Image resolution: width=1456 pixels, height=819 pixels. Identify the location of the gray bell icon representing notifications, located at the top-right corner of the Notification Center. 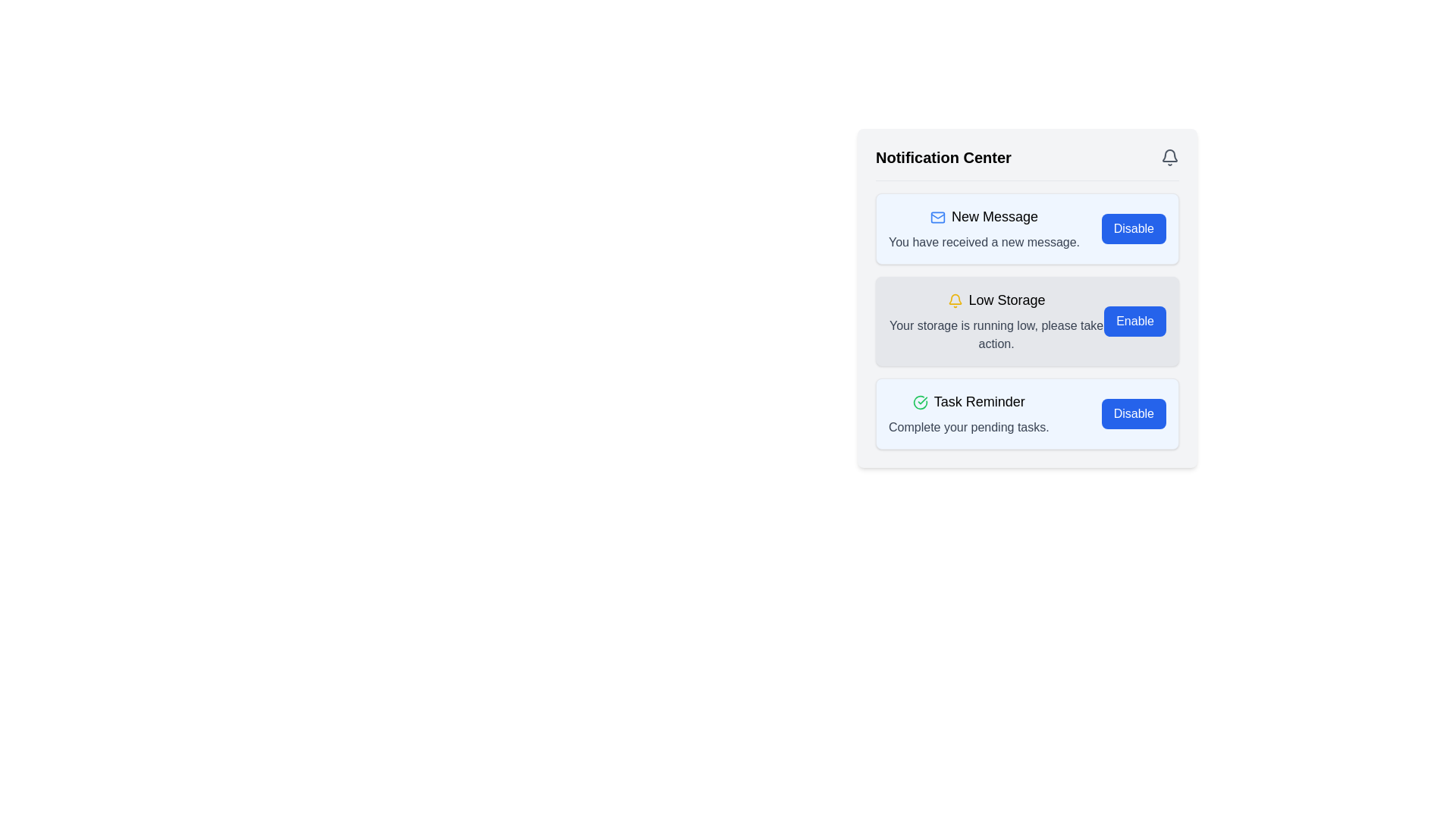
(1169, 158).